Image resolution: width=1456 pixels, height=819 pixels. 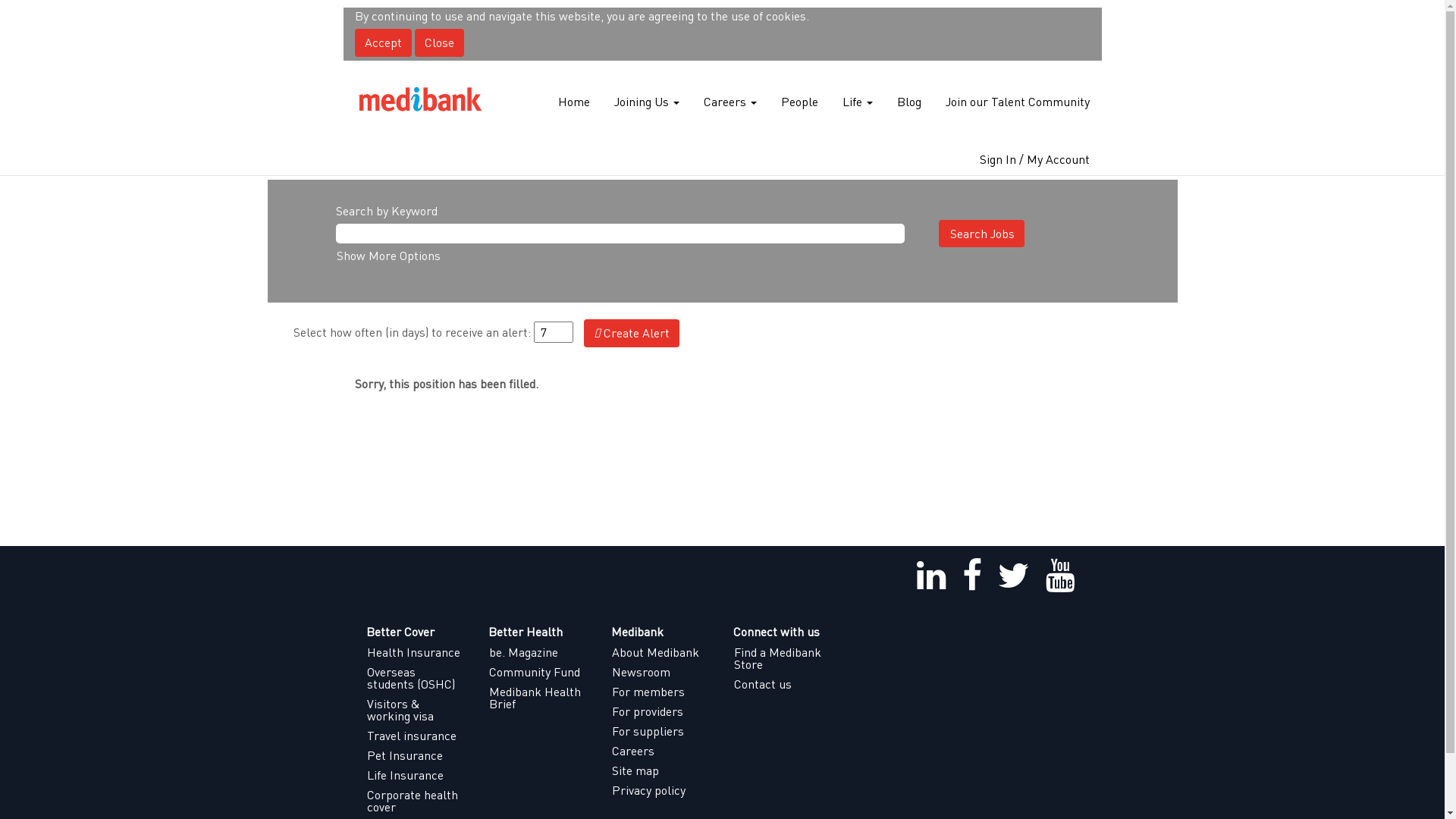 I want to click on 'Health Insurance', so click(x=365, y=651).